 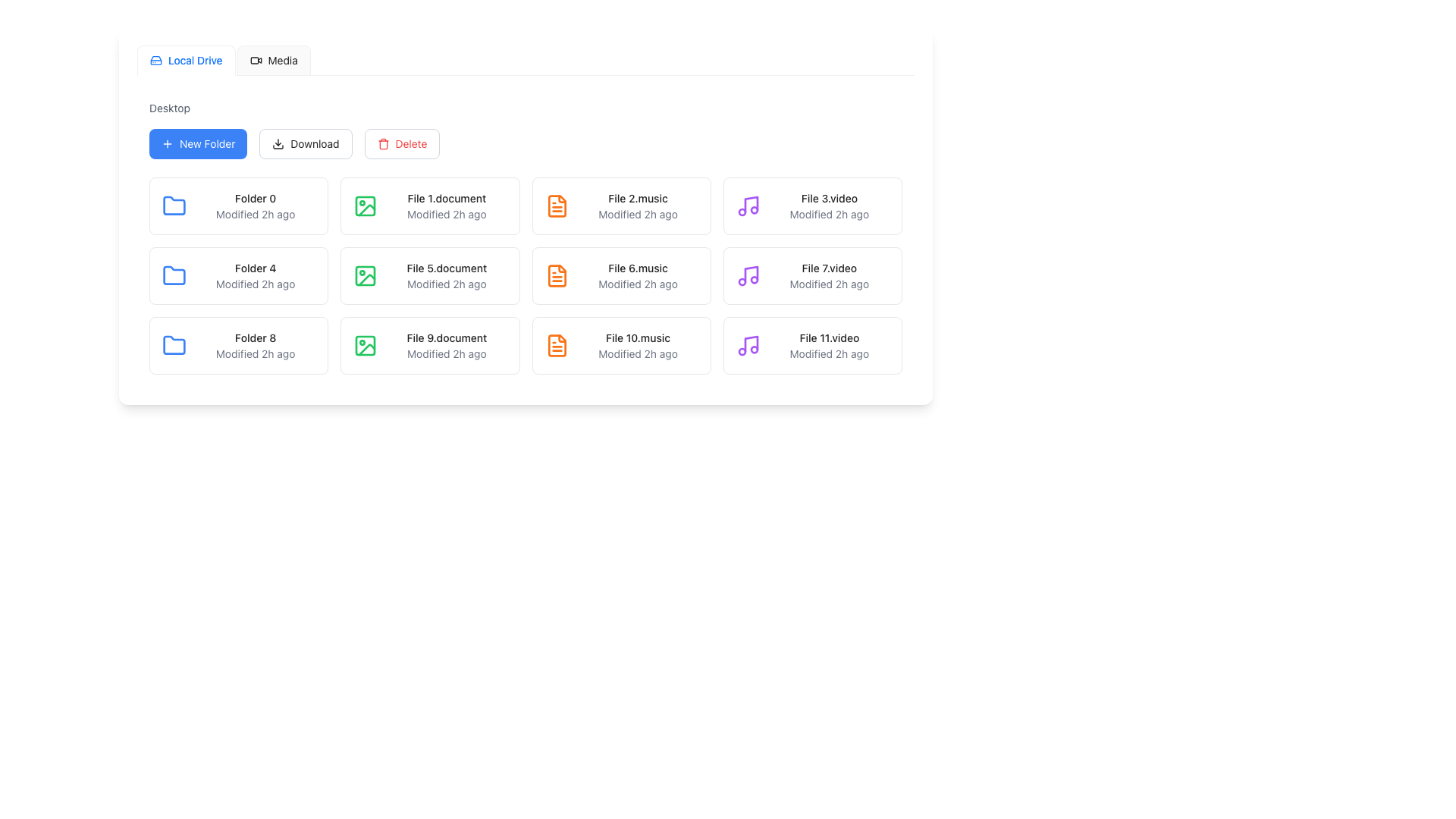 What do you see at coordinates (638, 284) in the screenshot?
I see `the text label displaying 'Modified 2h ago', which is styled with small gray text and located directly below 'File 6.music' in the file information group` at bounding box center [638, 284].